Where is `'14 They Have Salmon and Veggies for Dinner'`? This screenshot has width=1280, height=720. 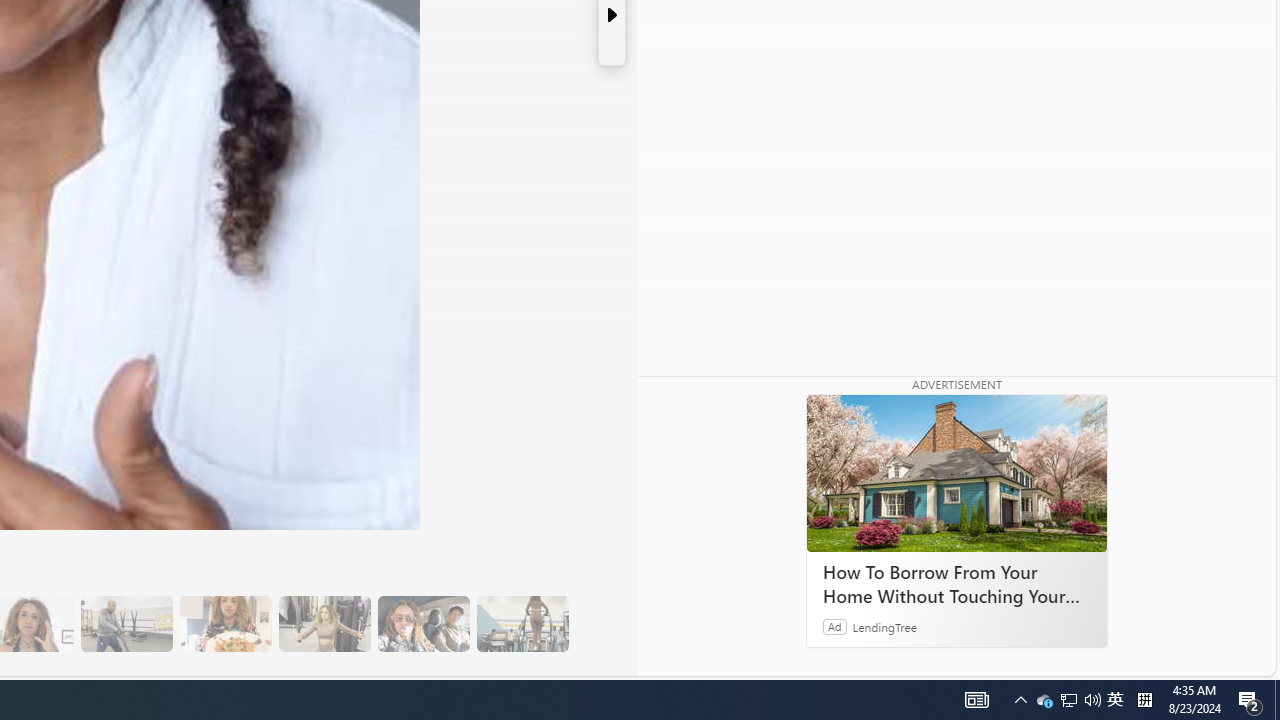
'14 They Have Salmon and Veggies for Dinner' is located at coordinates (225, 623).